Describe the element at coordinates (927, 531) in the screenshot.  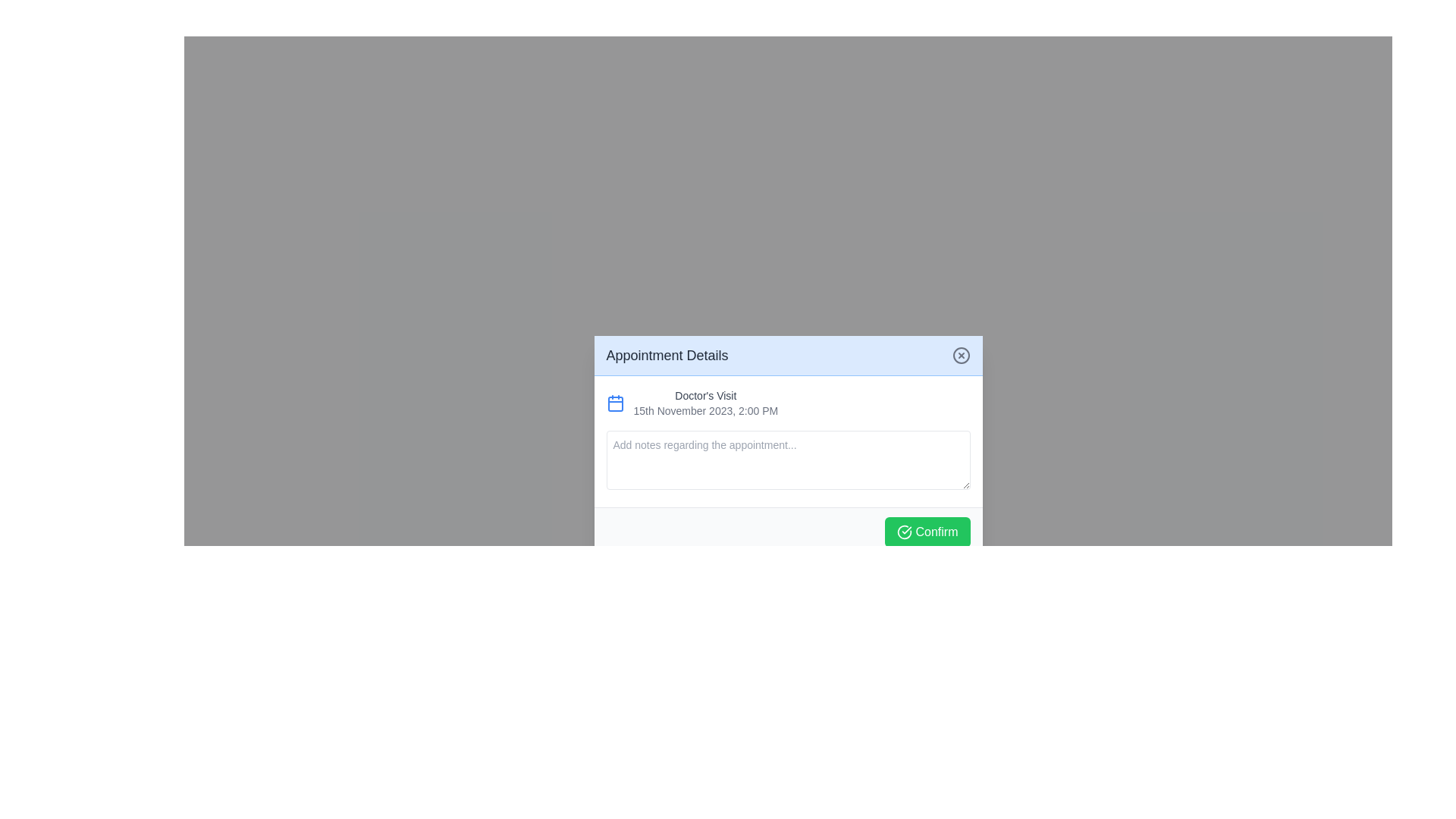
I see `the confirmation button located at the bottom-right corner of the 'Appointment Details' dialog box` at that location.